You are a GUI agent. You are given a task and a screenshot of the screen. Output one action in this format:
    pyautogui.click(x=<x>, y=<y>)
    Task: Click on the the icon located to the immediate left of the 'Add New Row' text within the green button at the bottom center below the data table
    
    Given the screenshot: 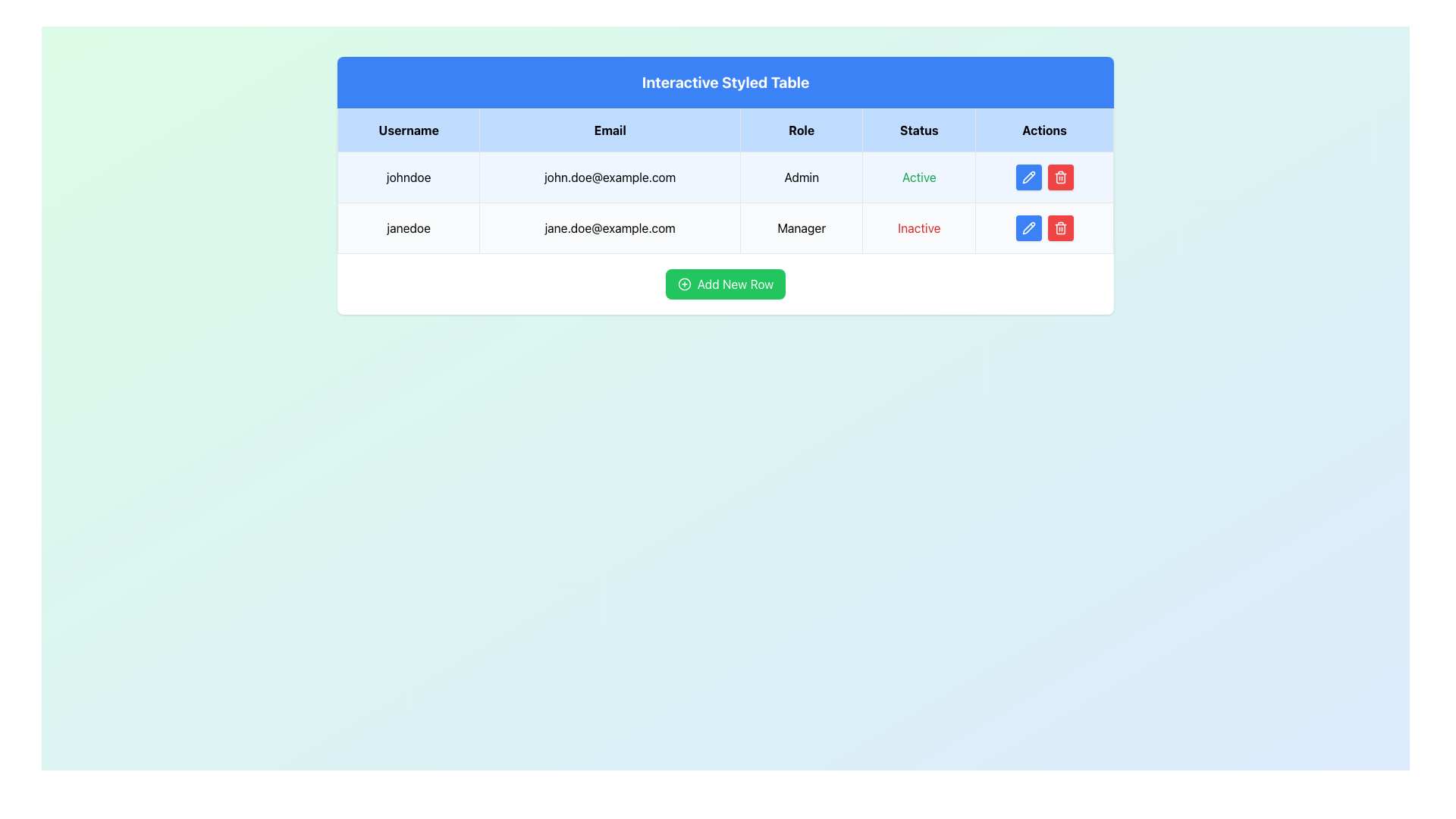 What is the action you would take?
    pyautogui.click(x=683, y=284)
    